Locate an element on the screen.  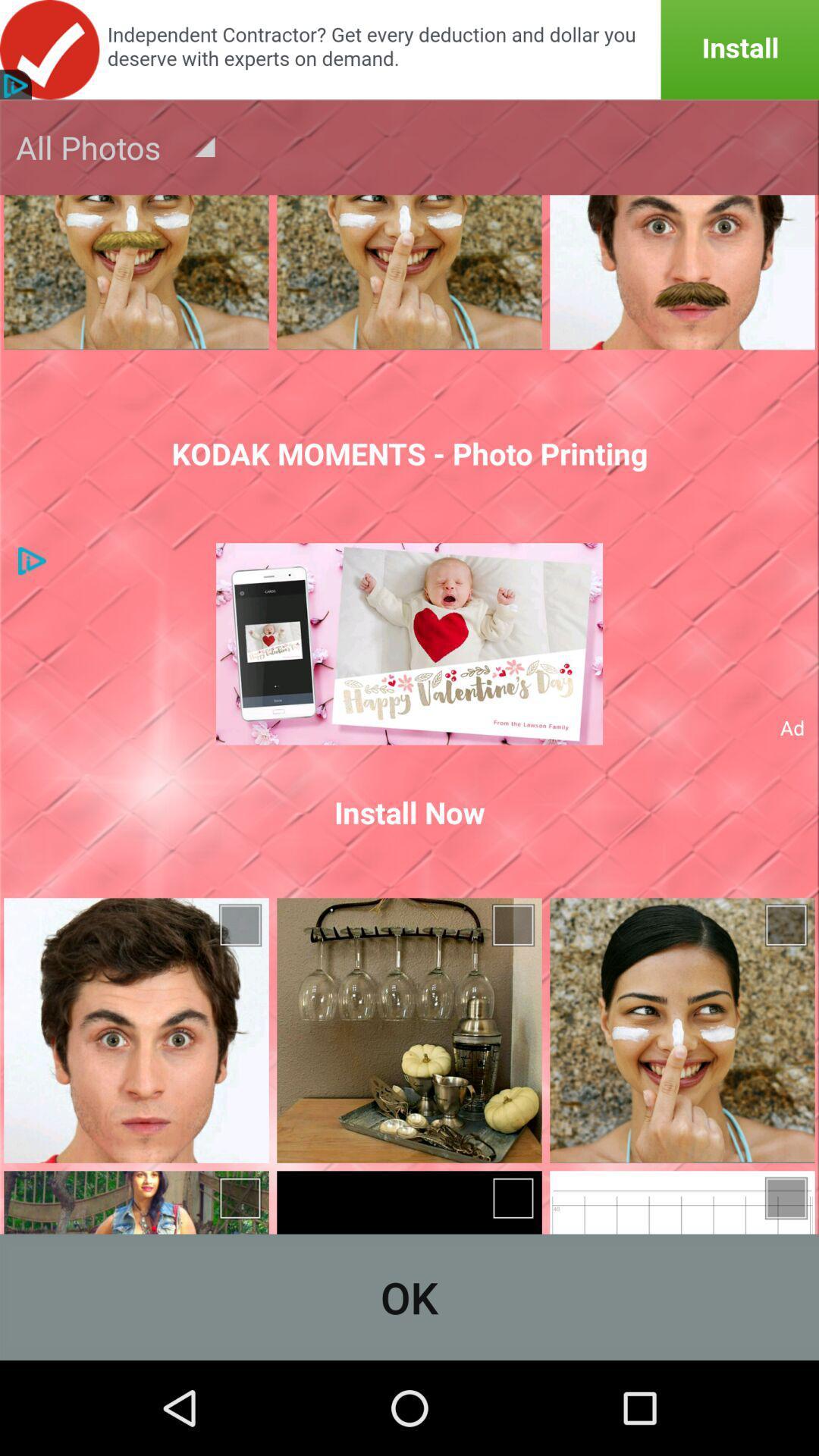
advertisement banner is located at coordinates (409, 49).